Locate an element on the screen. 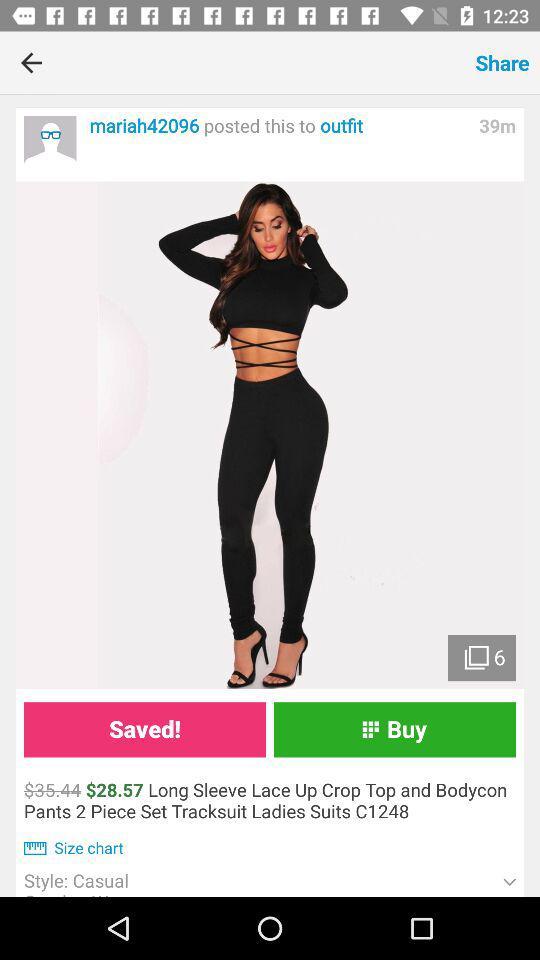  the images icon is located at coordinates (475, 657).